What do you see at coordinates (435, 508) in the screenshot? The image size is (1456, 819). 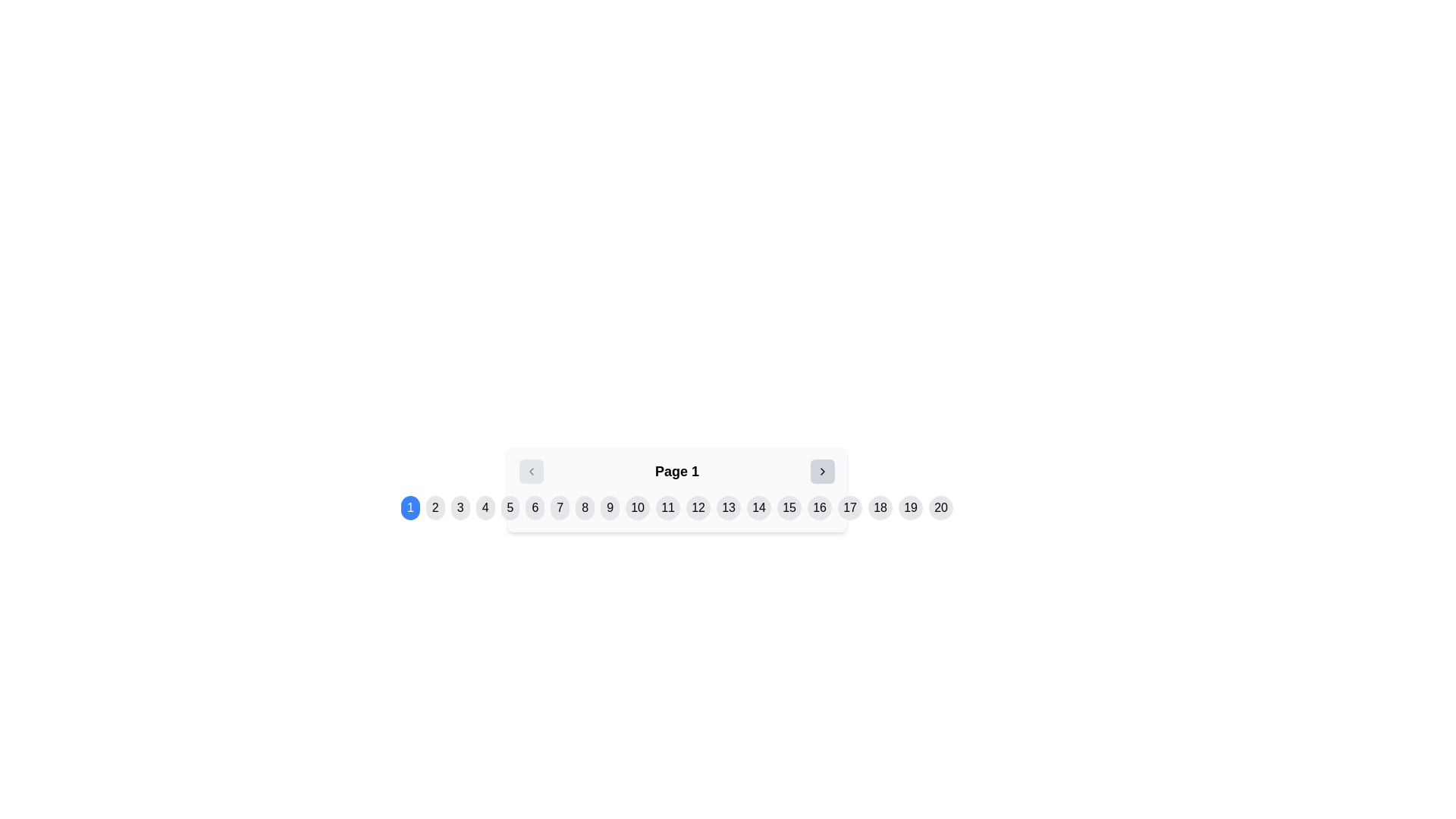 I see `the circular button with a light gray background and the number '2' in black` at bounding box center [435, 508].